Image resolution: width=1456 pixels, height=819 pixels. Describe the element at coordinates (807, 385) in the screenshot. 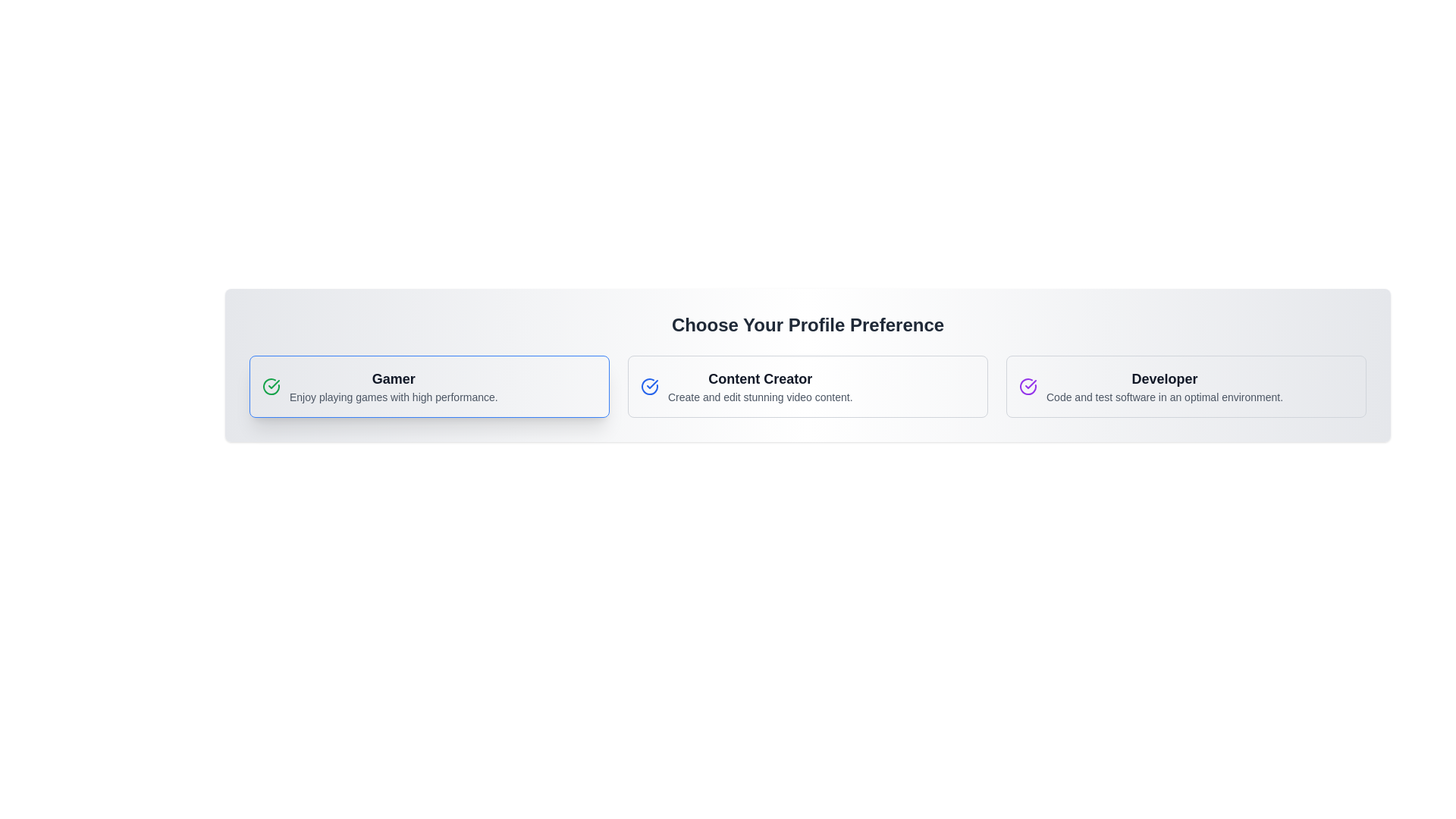

I see `the 'Content Creator' profile option, which features bold black text and a blue checkmark` at that location.